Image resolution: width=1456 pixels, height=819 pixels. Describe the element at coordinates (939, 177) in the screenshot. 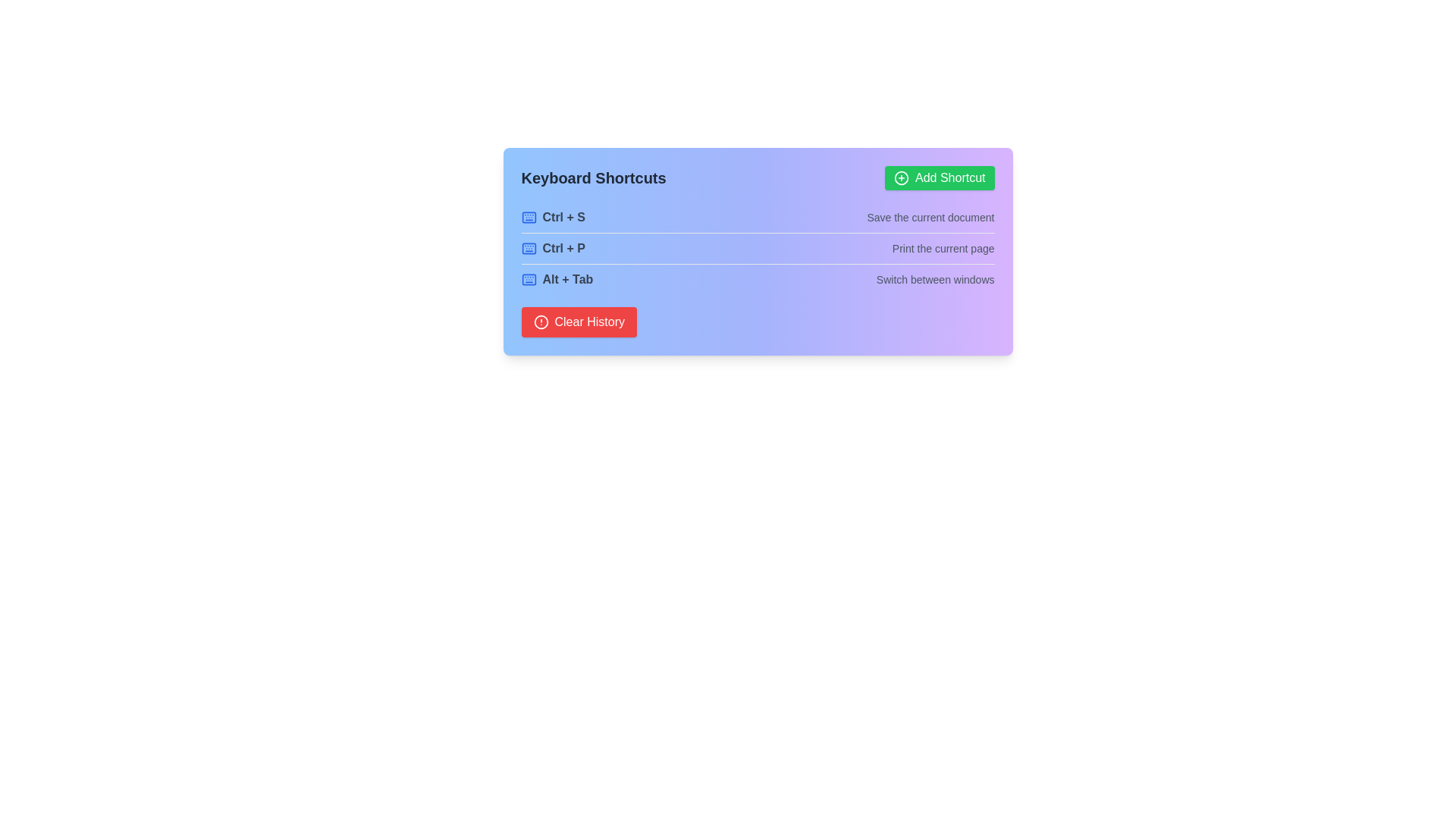

I see `the button located in the upper-right corner of the 'Keyboard Shortcuts' card` at that location.